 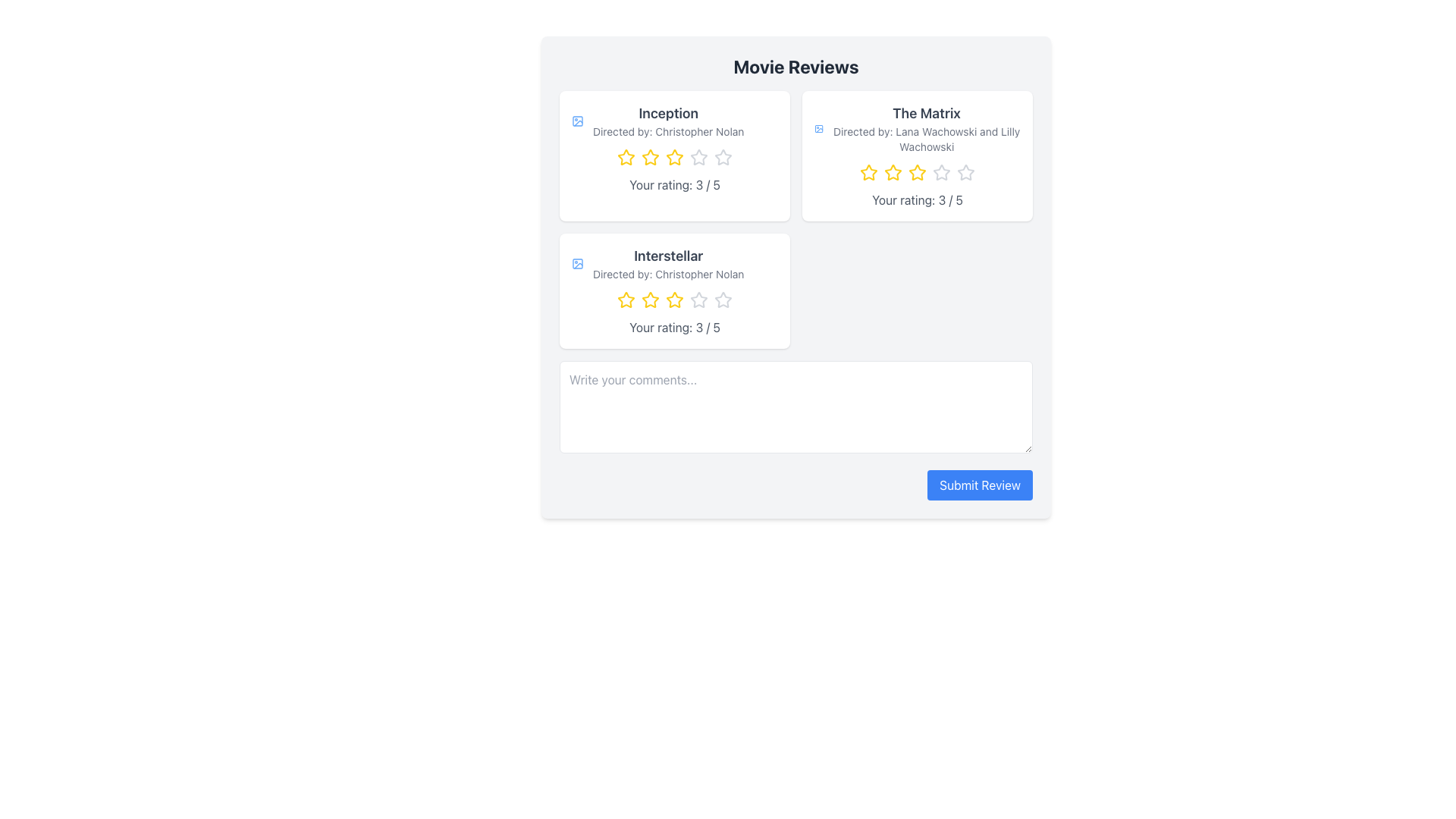 What do you see at coordinates (651, 300) in the screenshot?
I see `the third star icon with a yellow fill in the rating component of the 'Interstellar' review card to rate it` at bounding box center [651, 300].